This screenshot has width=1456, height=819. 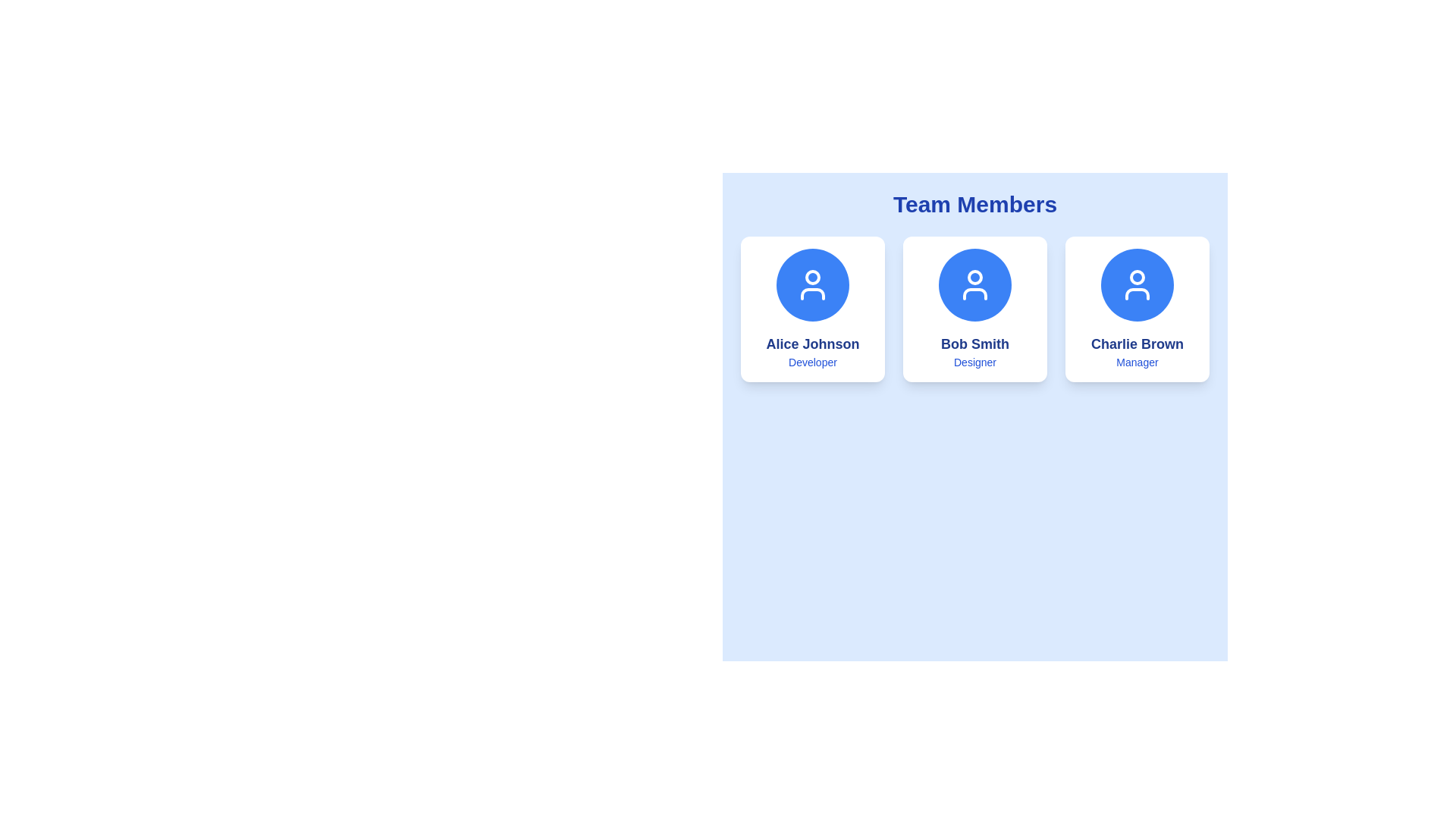 What do you see at coordinates (1137, 284) in the screenshot?
I see `the circular icon with a blue background and a white user profile symbol at its center, located at the center-top of the card representing 'Charlie Brown'` at bounding box center [1137, 284].